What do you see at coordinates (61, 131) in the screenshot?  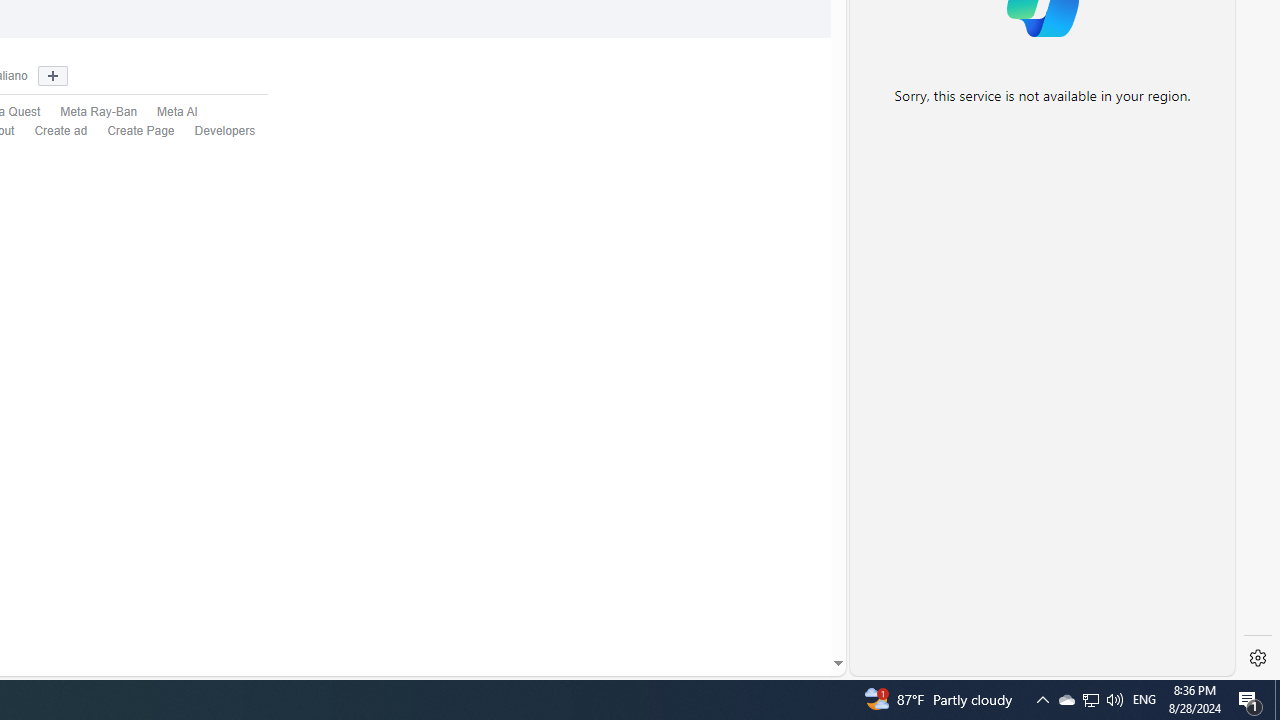 I see `'Create ad'` at bounding box center [61, 131].